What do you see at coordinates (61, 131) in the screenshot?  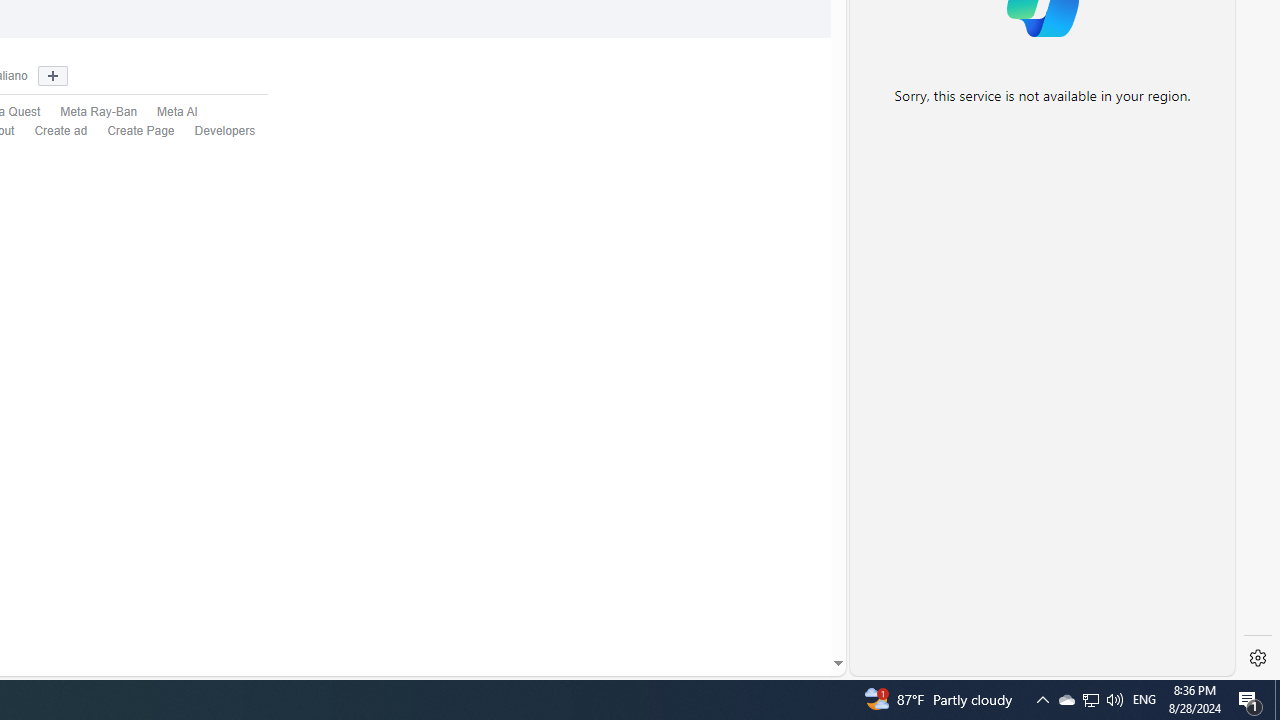 I see `'Create ad'` at bounding box center [61, 131].